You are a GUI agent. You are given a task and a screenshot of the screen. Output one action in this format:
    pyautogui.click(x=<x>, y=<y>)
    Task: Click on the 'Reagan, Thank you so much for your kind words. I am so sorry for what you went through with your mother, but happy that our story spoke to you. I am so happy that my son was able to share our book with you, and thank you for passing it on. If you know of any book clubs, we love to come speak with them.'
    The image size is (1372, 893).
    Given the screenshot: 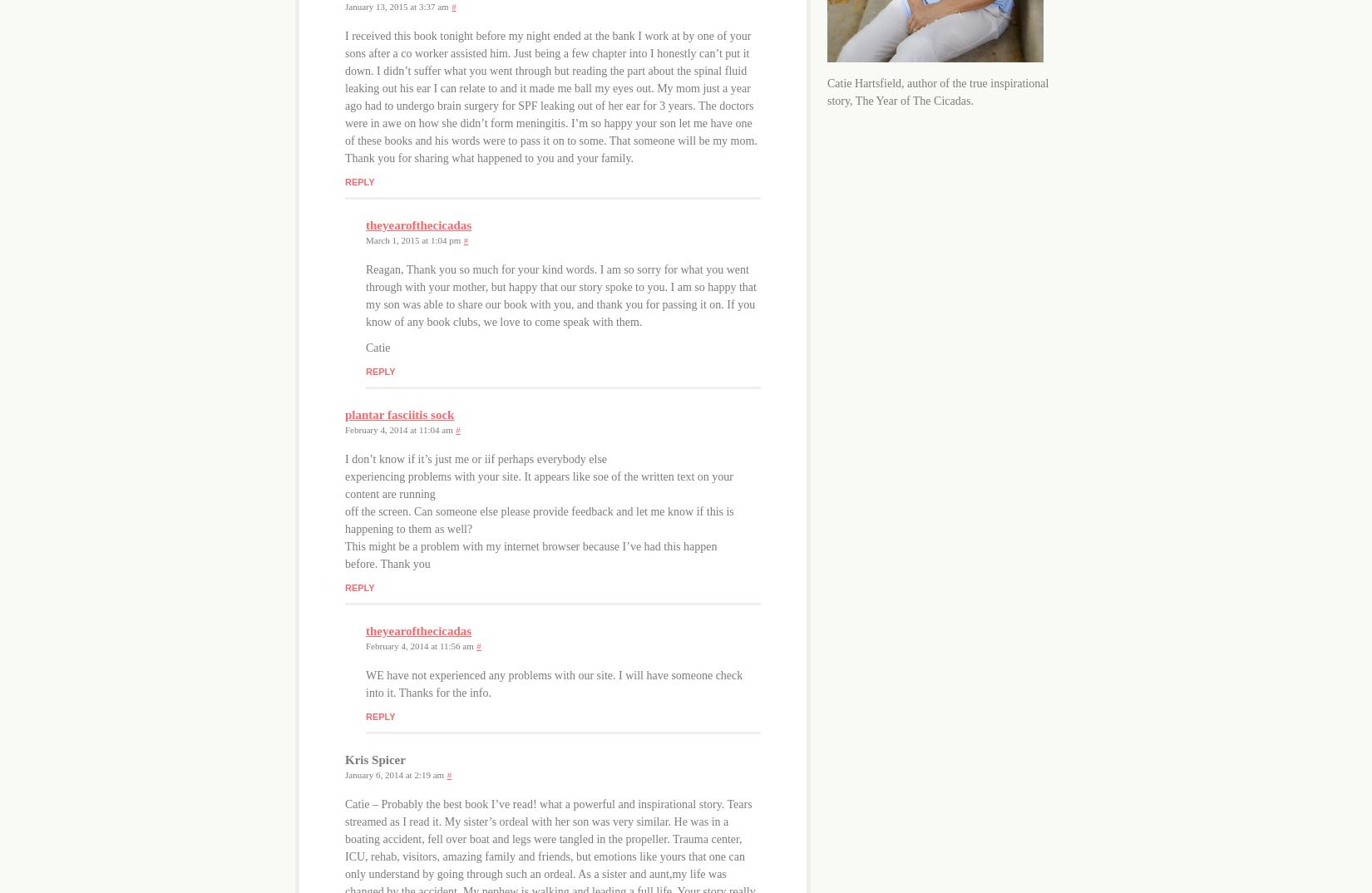 What is the action you would take?
    pyautogui.click(x=560, y=294)
    